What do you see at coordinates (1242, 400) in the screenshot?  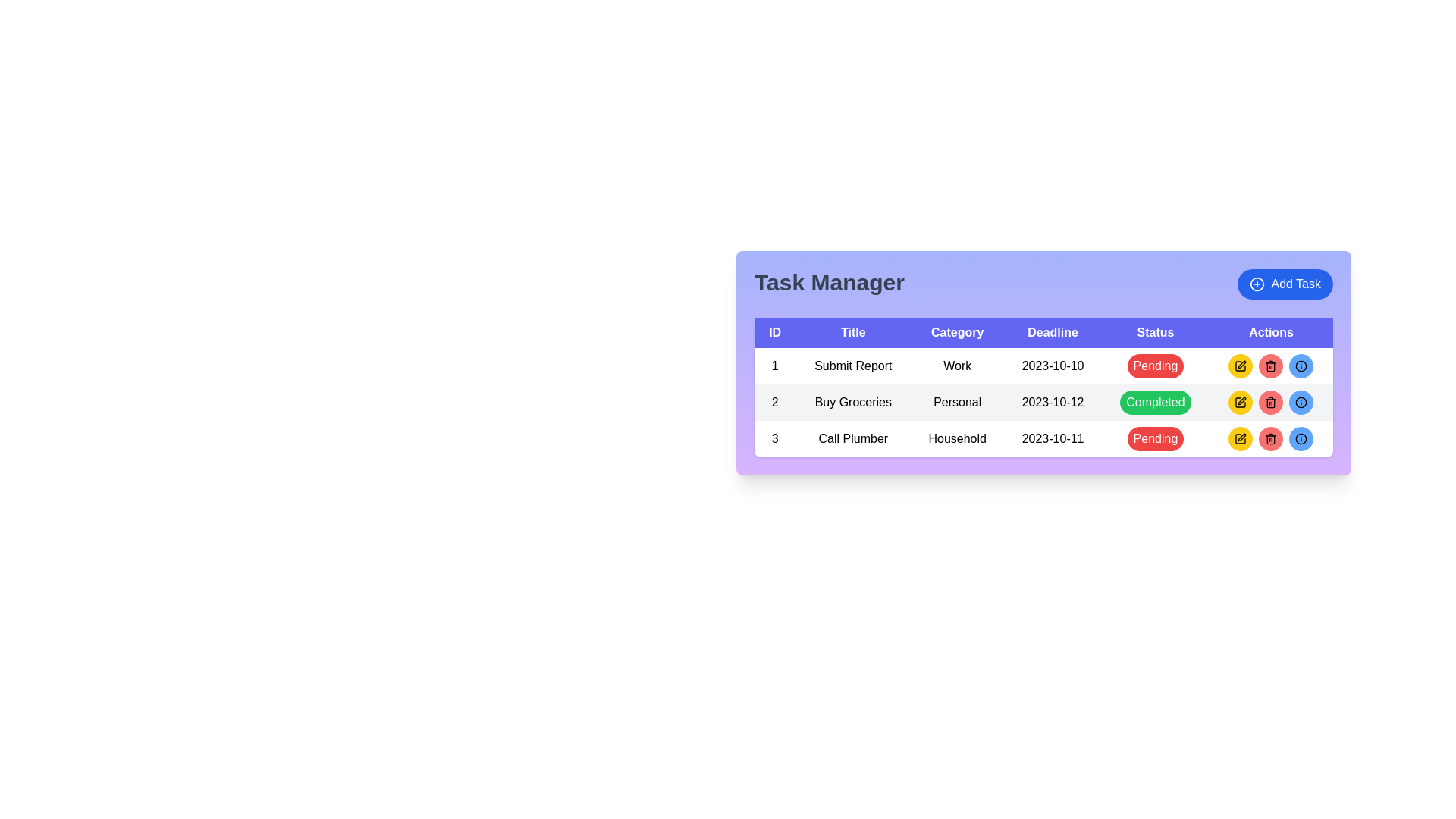 I see `the edit icon` at bounding box center [1242, 400].